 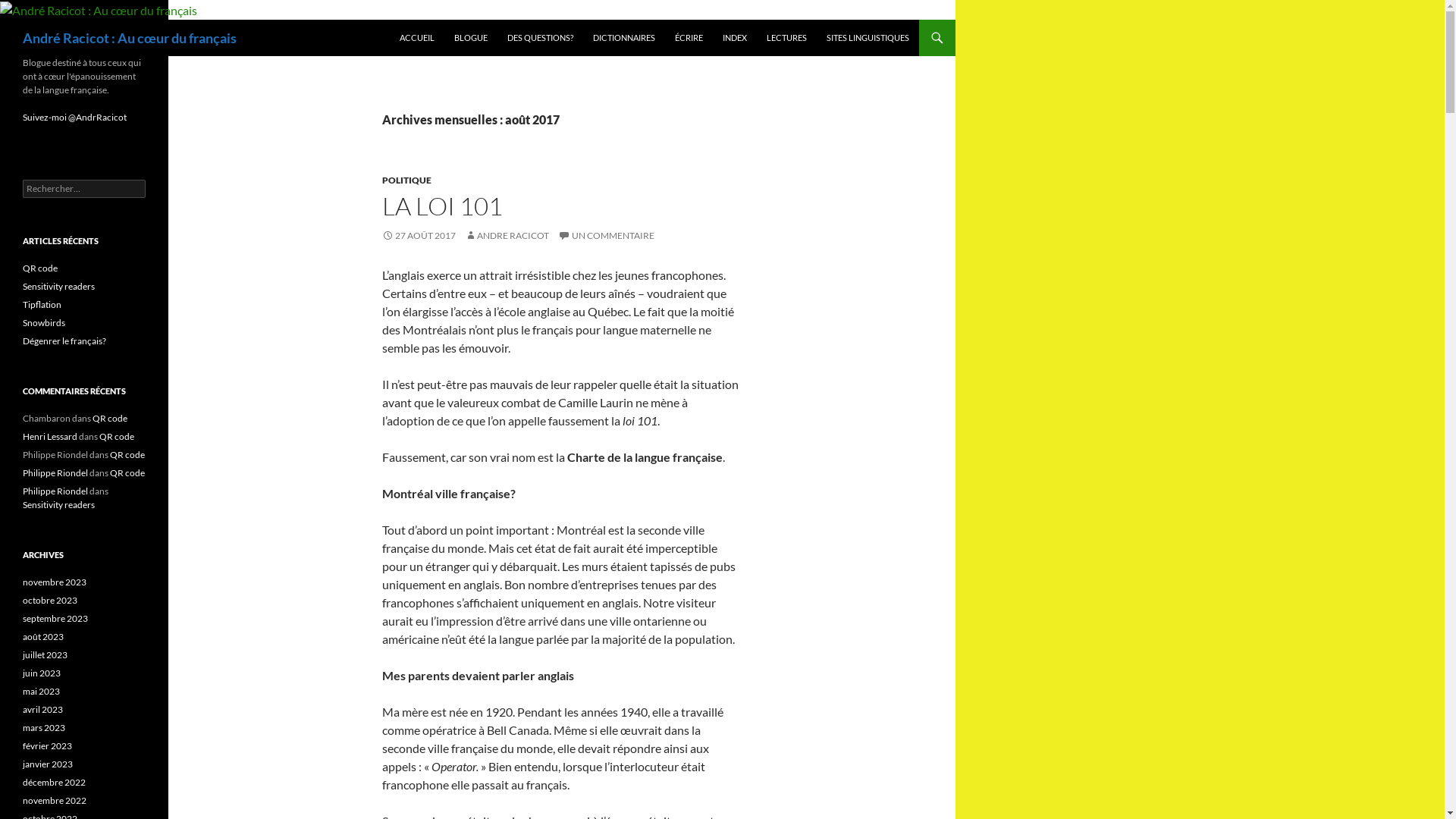 What do you see at coordinates (41, 8) in the screenshot?
I see `'Rechercher'` at bounding box center [41, 8].